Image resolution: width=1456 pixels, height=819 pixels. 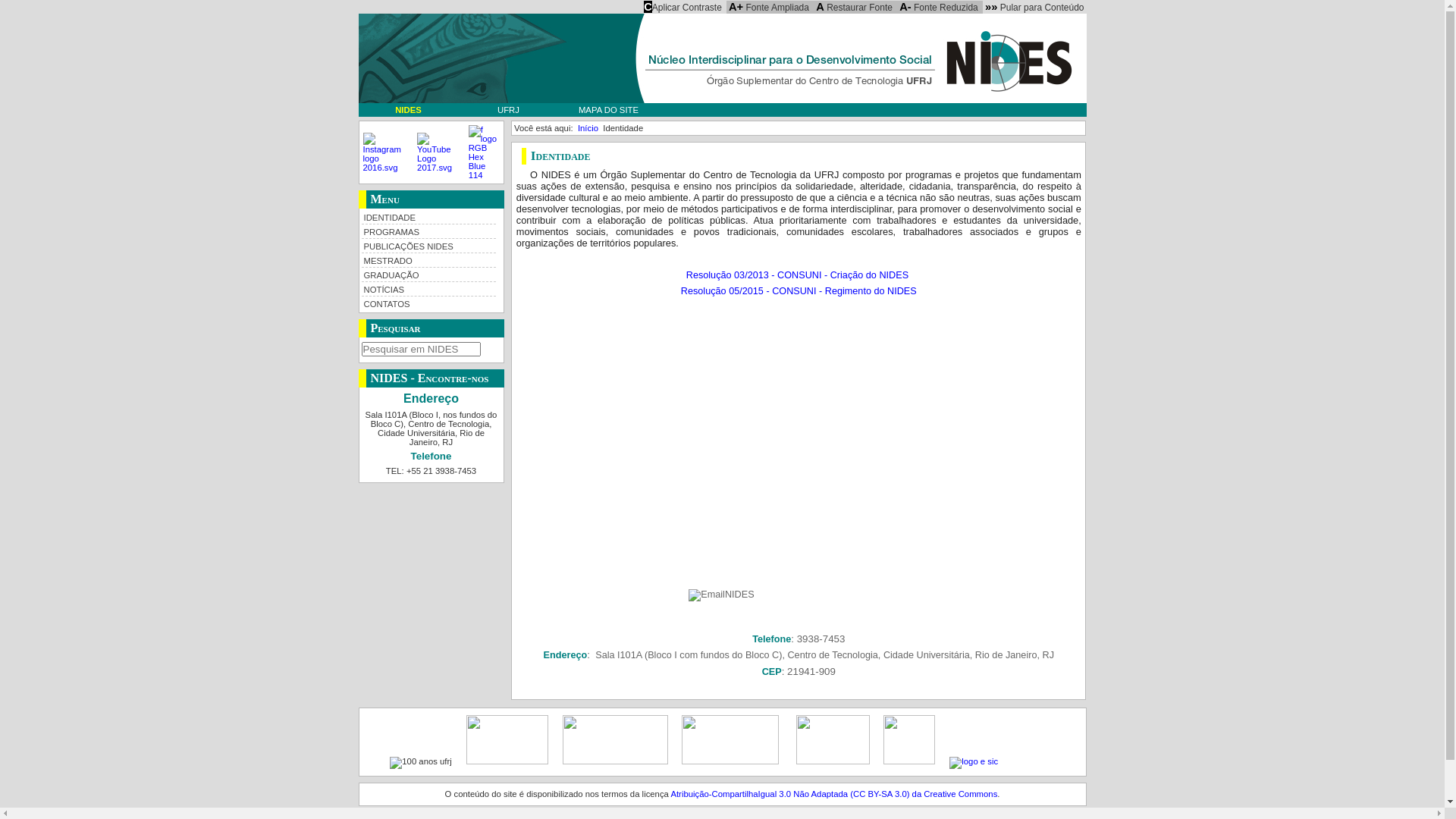 What do you see at coordinates (641, 6) in the screenshot?
I see `'CAplicar Contraste'` at bounding box center [641, 6].